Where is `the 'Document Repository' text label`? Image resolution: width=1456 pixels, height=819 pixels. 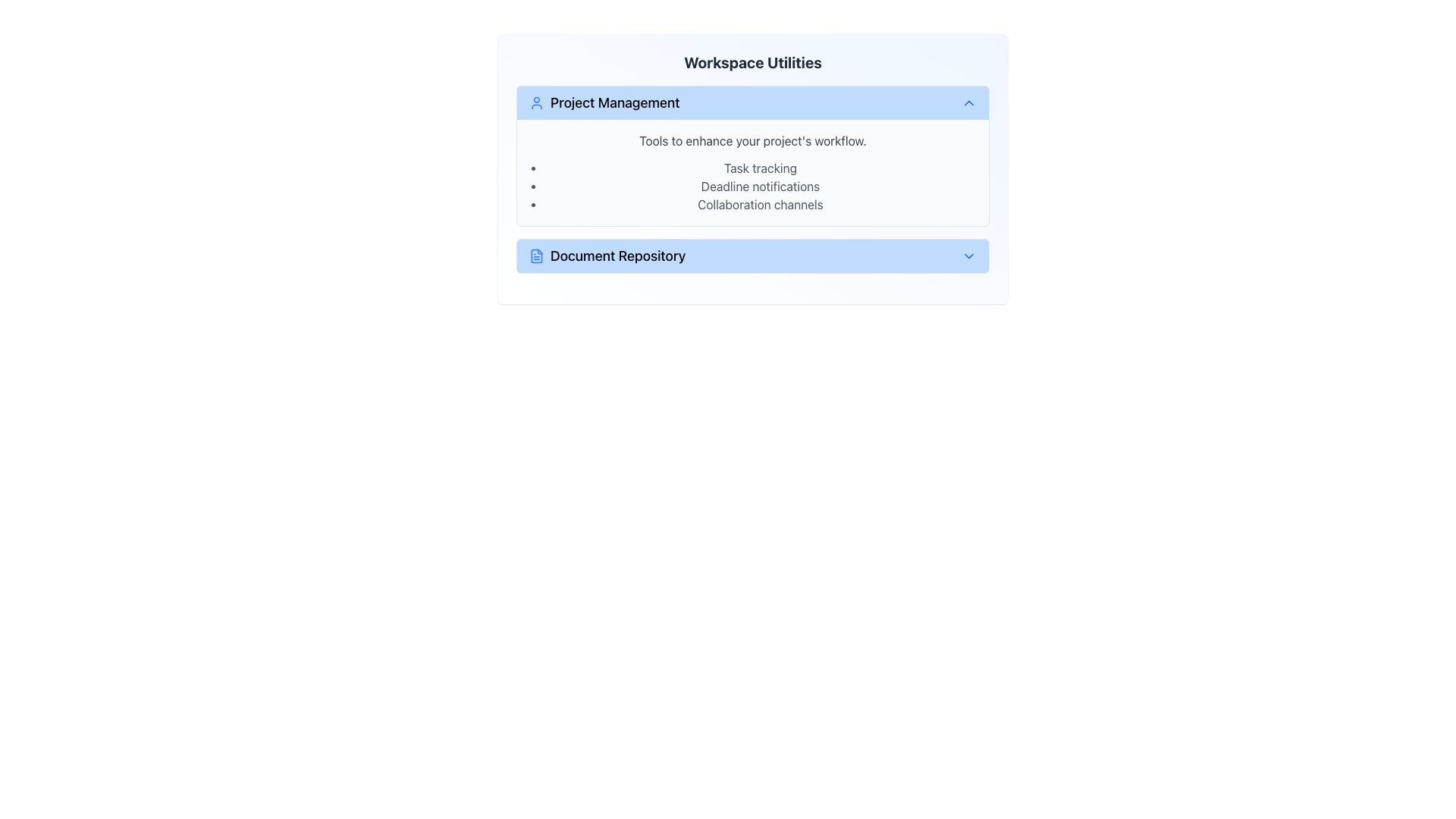 the 'Document Repository' text label is located at coordinates (618, 256).